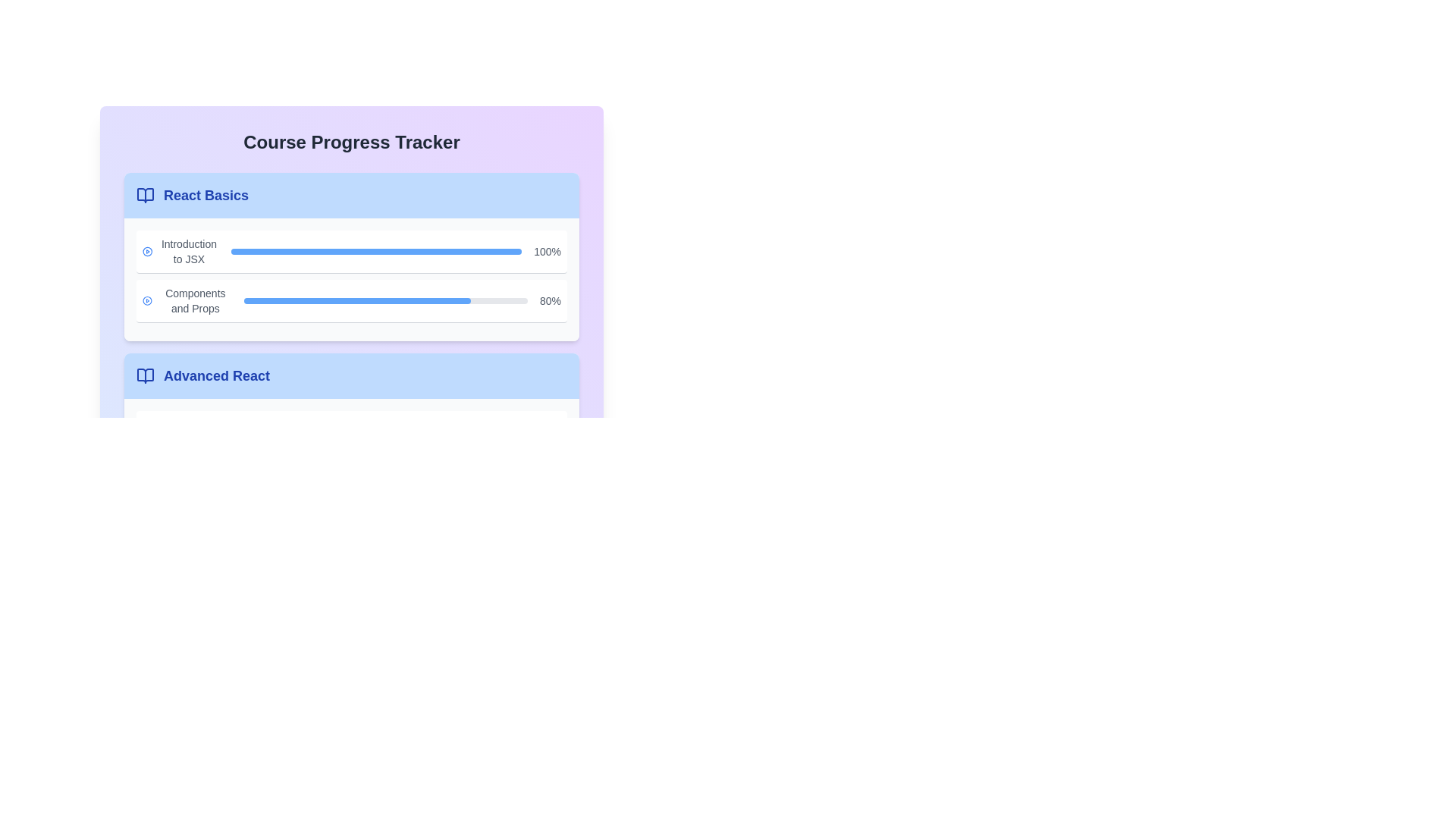 The image size is (1456, 819). What do you see at coordinates (146, 195) in the screenshot?
I see `the blue-themed open book icon located at the left side of the 'React Basics' section heading` at bounding box center [146, 195].